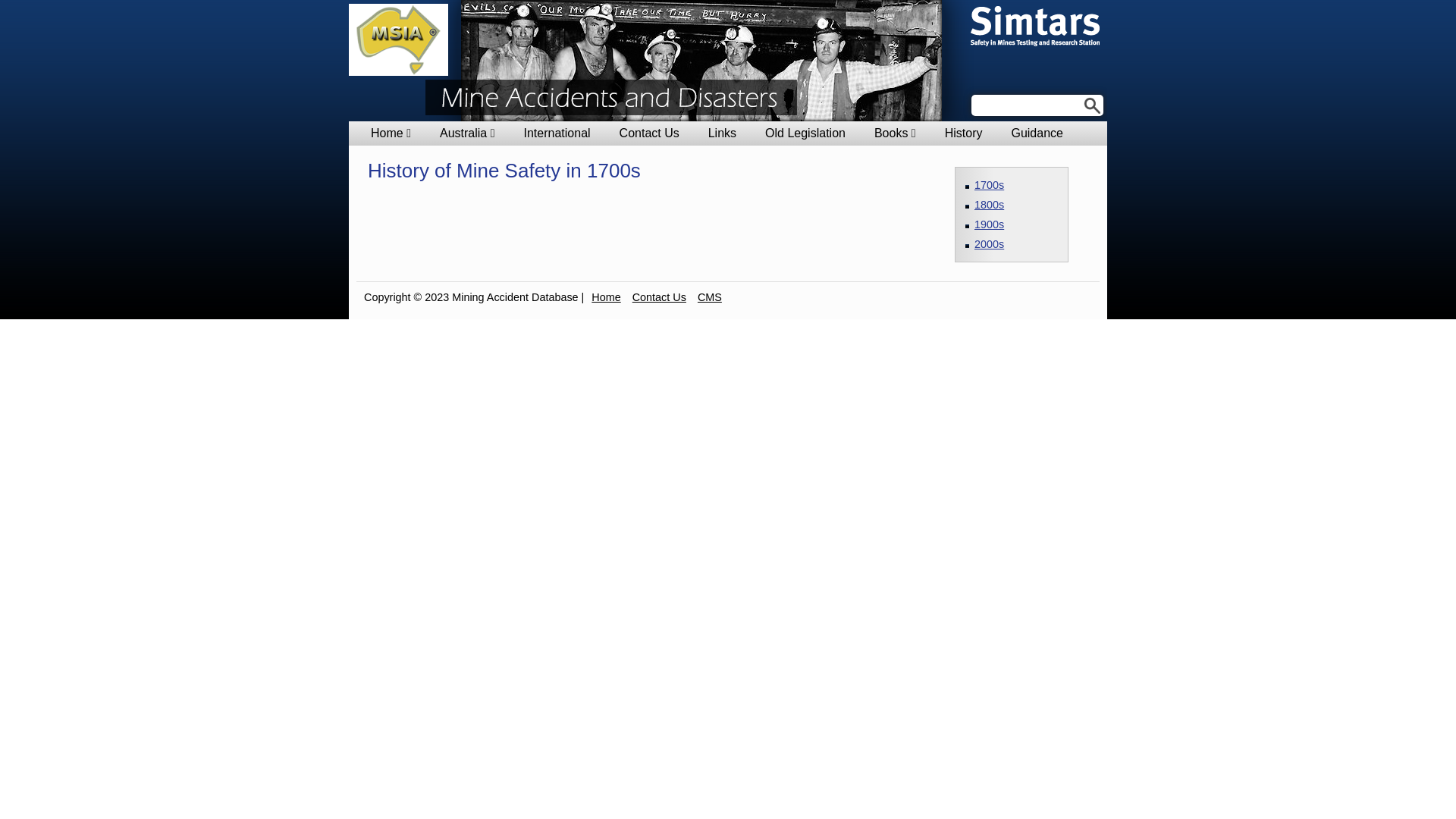  I want to click on '1800s', so click(989, 205).